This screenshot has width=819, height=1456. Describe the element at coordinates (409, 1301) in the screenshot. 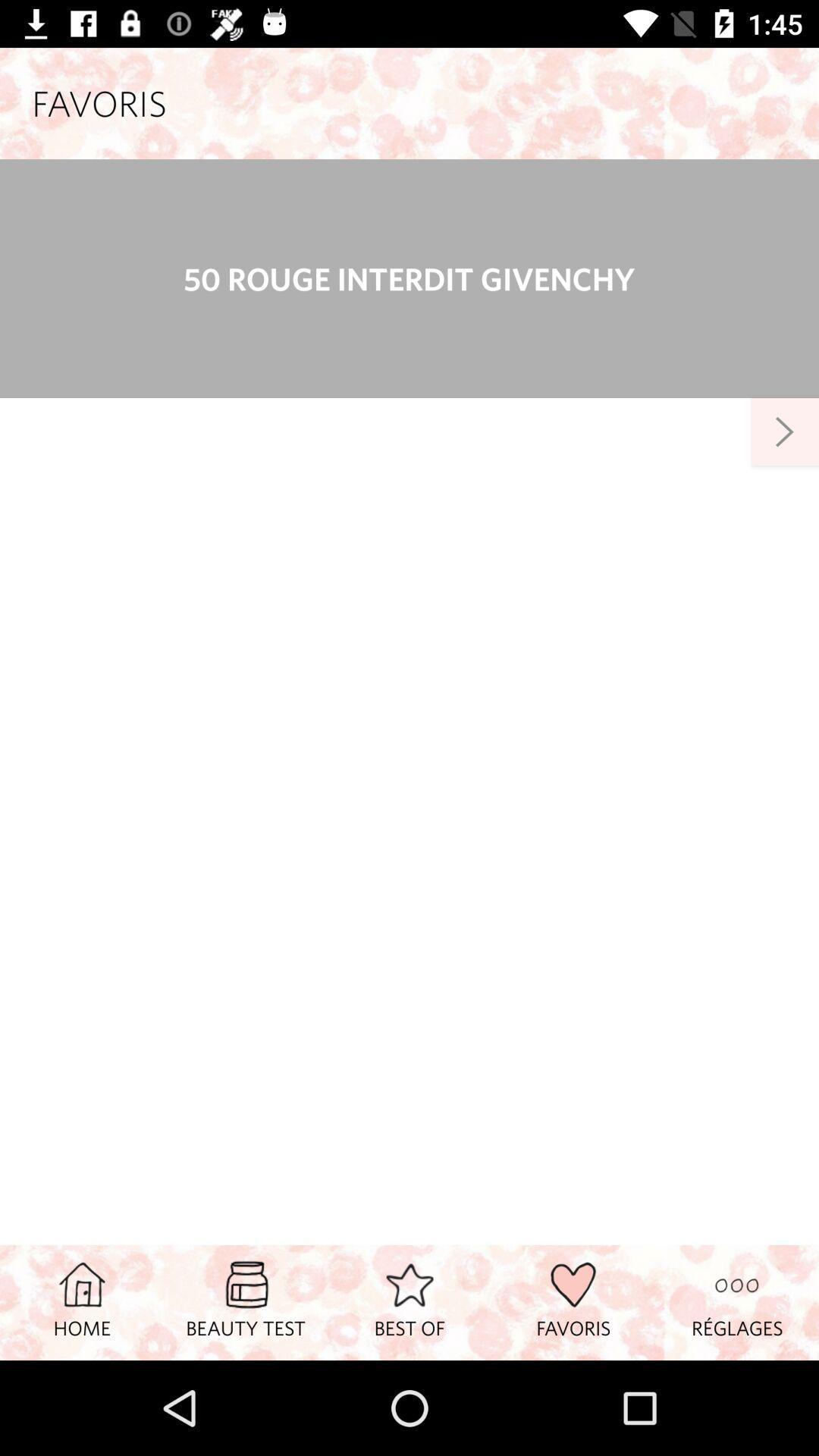

I see `best of item` at that location.